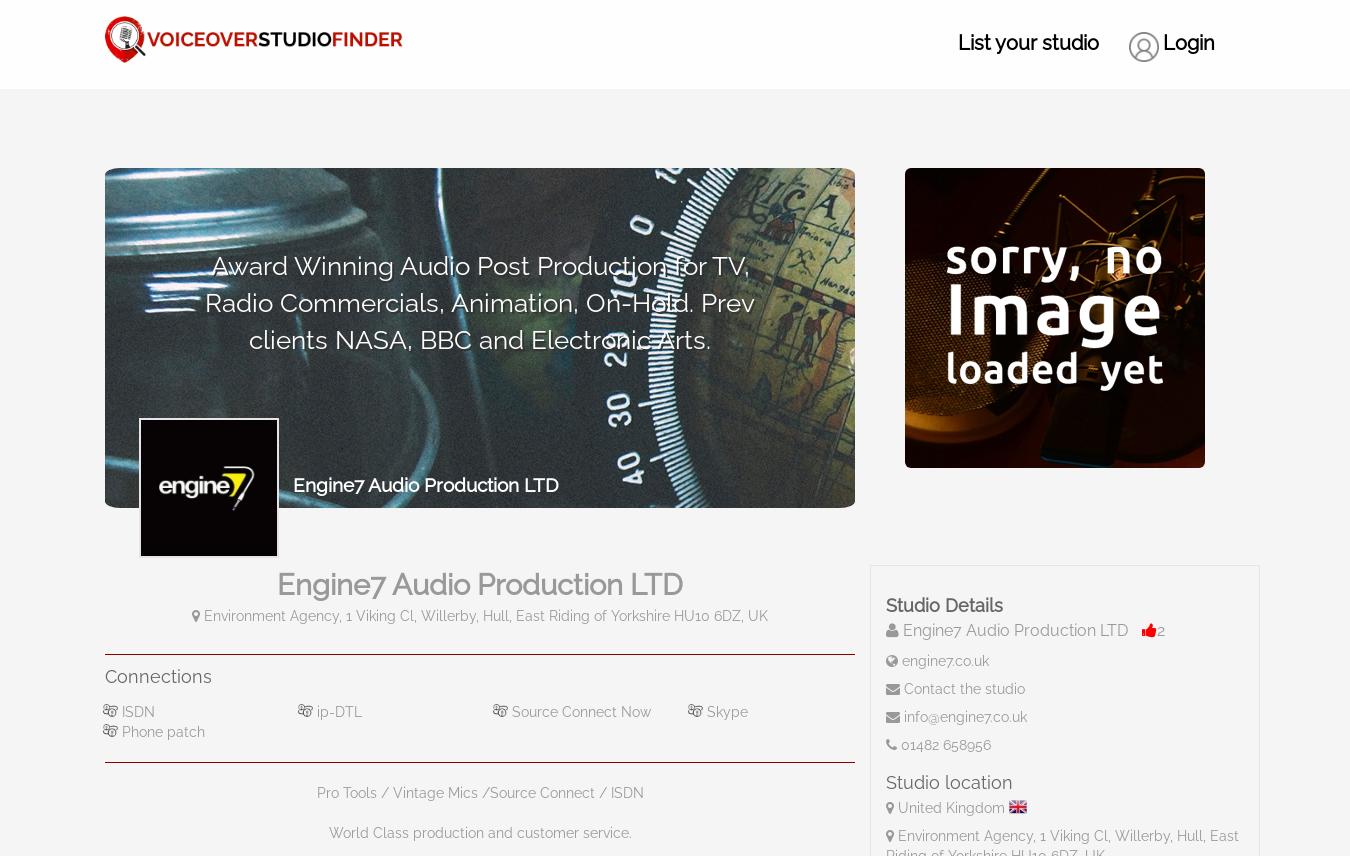 This screenshot has width=1350, height=856. Describe the element at coordinates (478, 791) in the screenshot. I see `'Pro Tools / Vintage Mics /Source Connect / ISDN'` at that location.